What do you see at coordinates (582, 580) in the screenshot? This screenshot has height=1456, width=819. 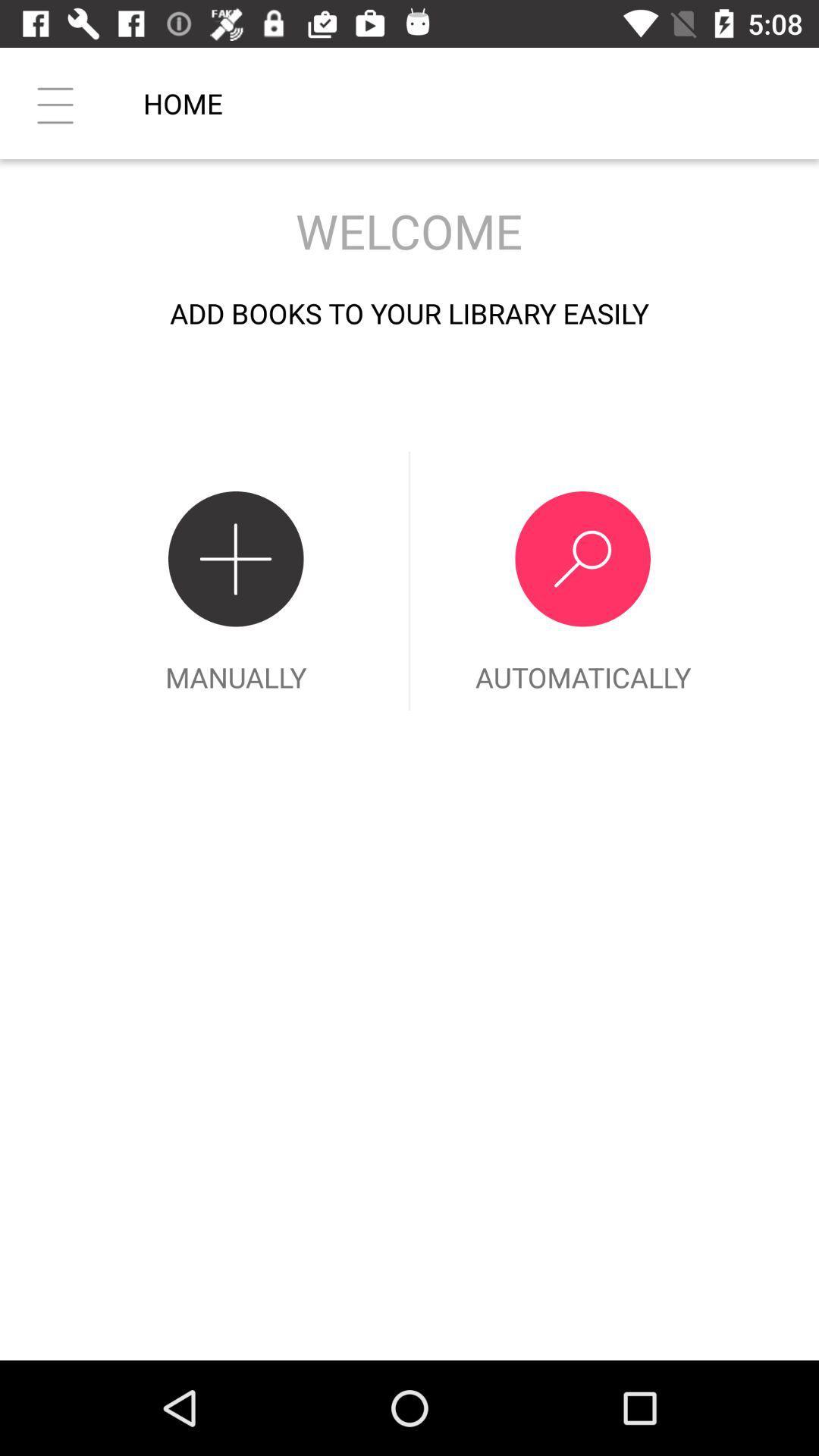 I see `the icon on the right` at bounding box center [582, 580].